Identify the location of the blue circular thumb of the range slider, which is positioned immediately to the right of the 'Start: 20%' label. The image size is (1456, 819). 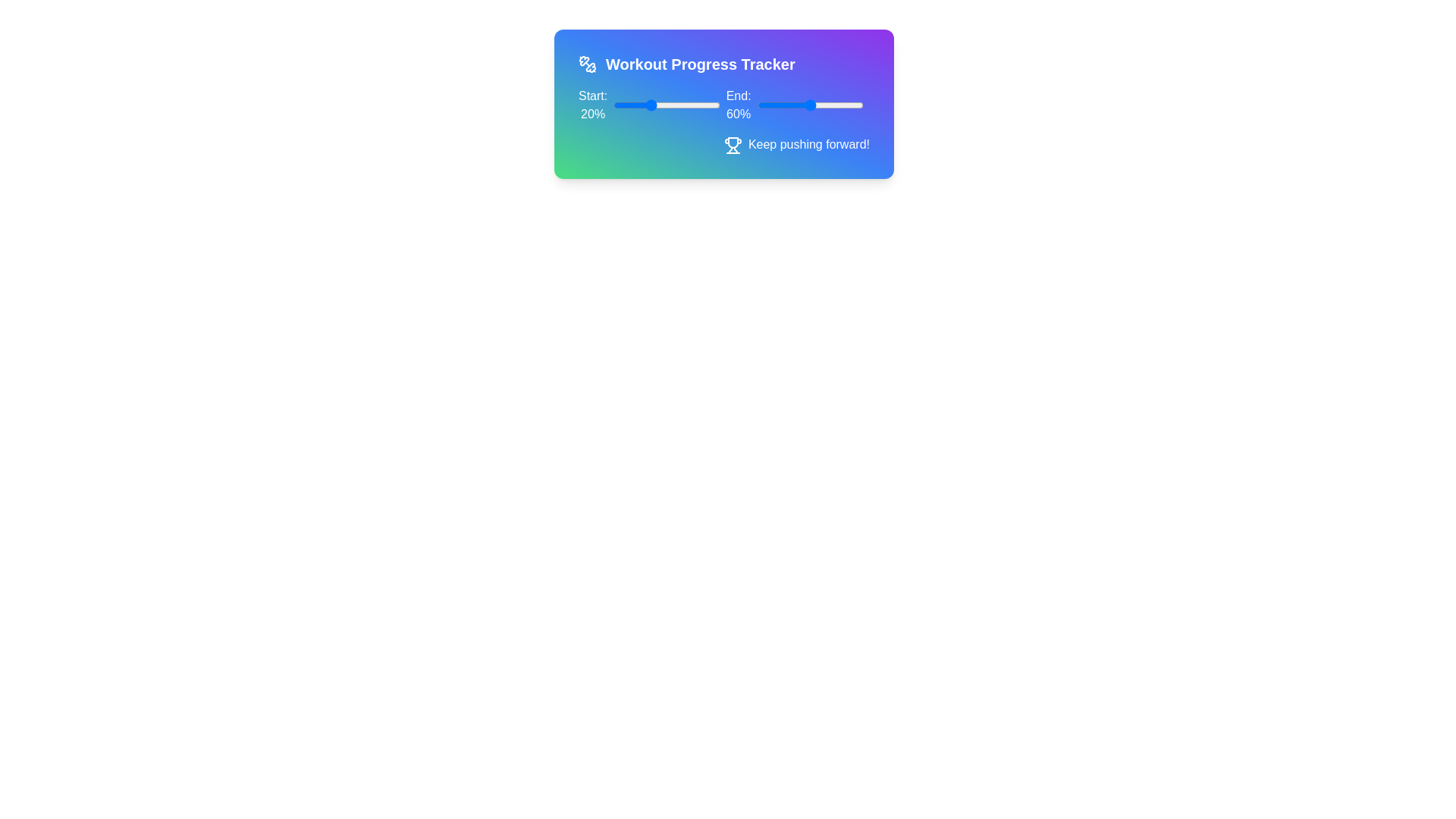
(667, 104).